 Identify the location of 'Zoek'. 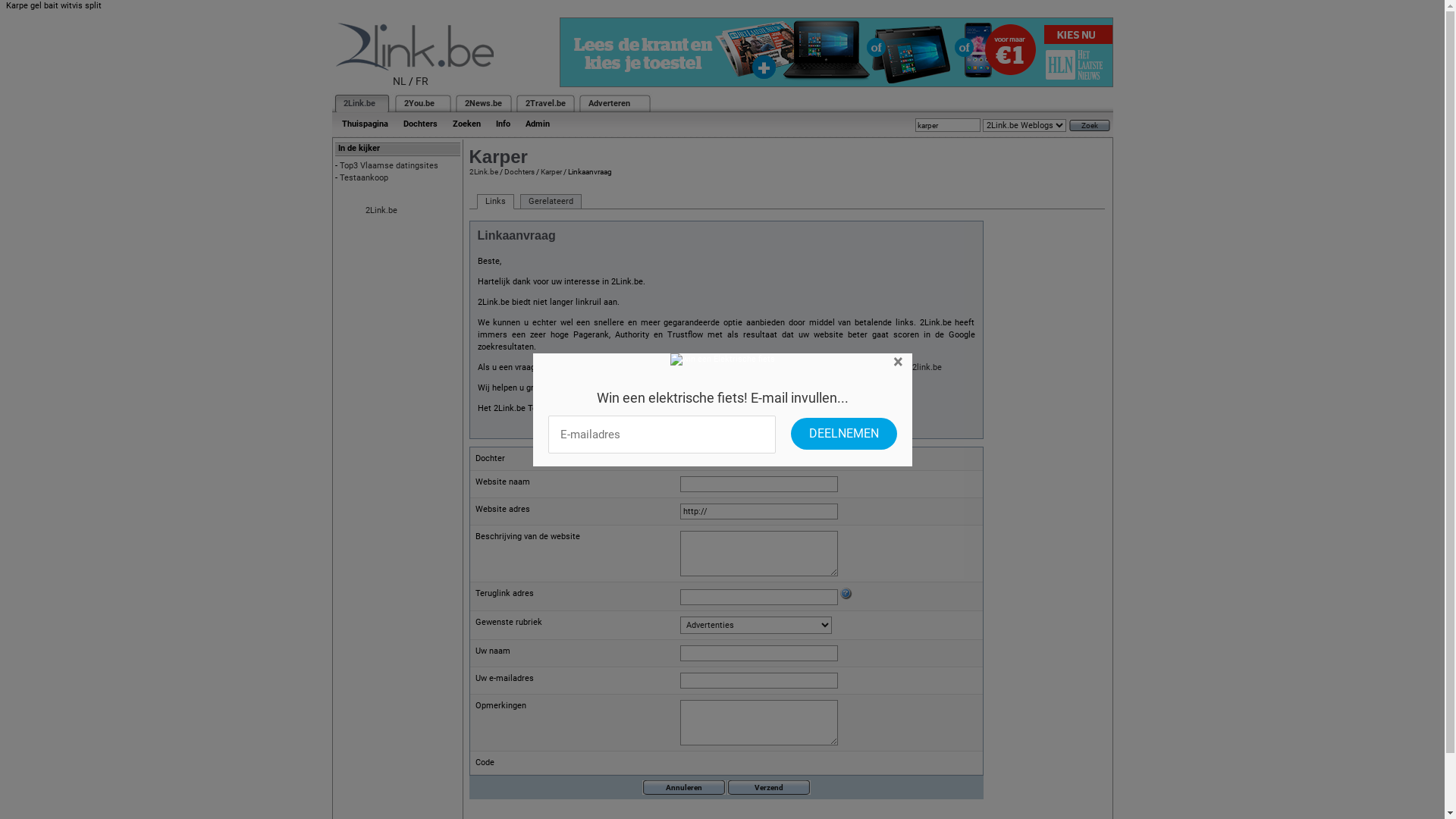
(1088, 124).